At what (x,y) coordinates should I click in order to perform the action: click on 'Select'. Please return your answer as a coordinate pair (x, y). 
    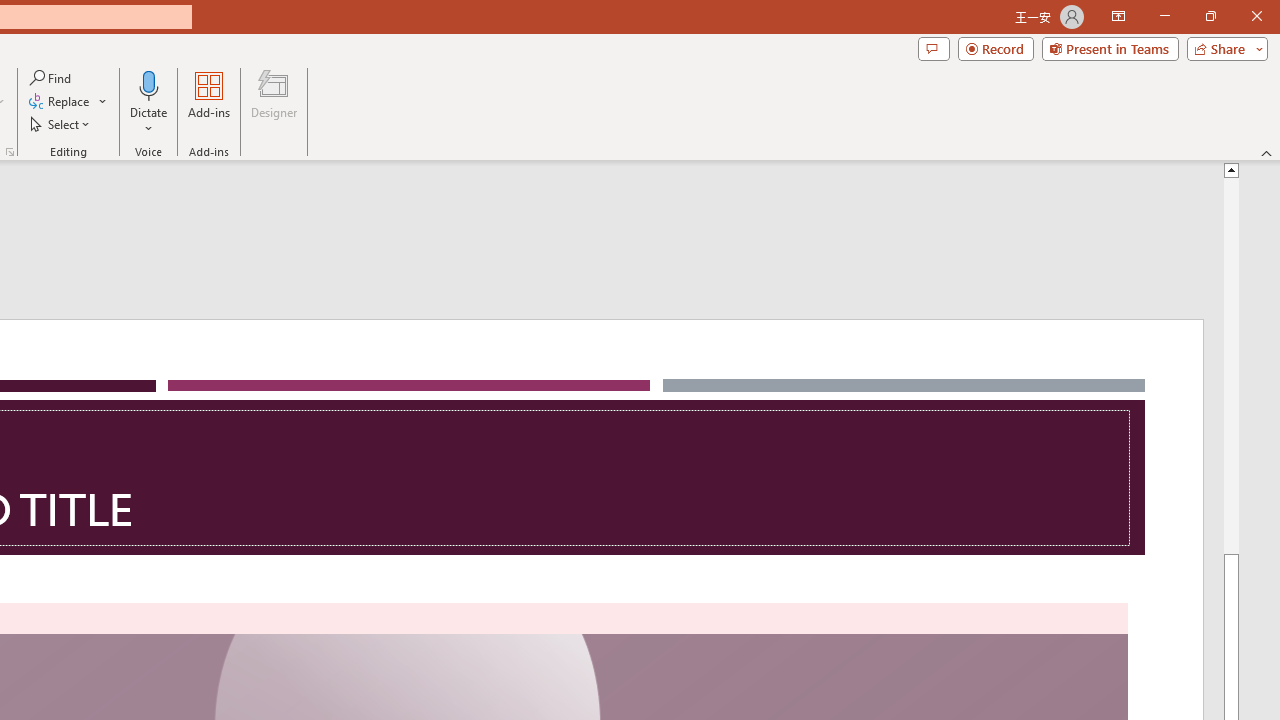
    Looking at the image, I should click on (61, 124).